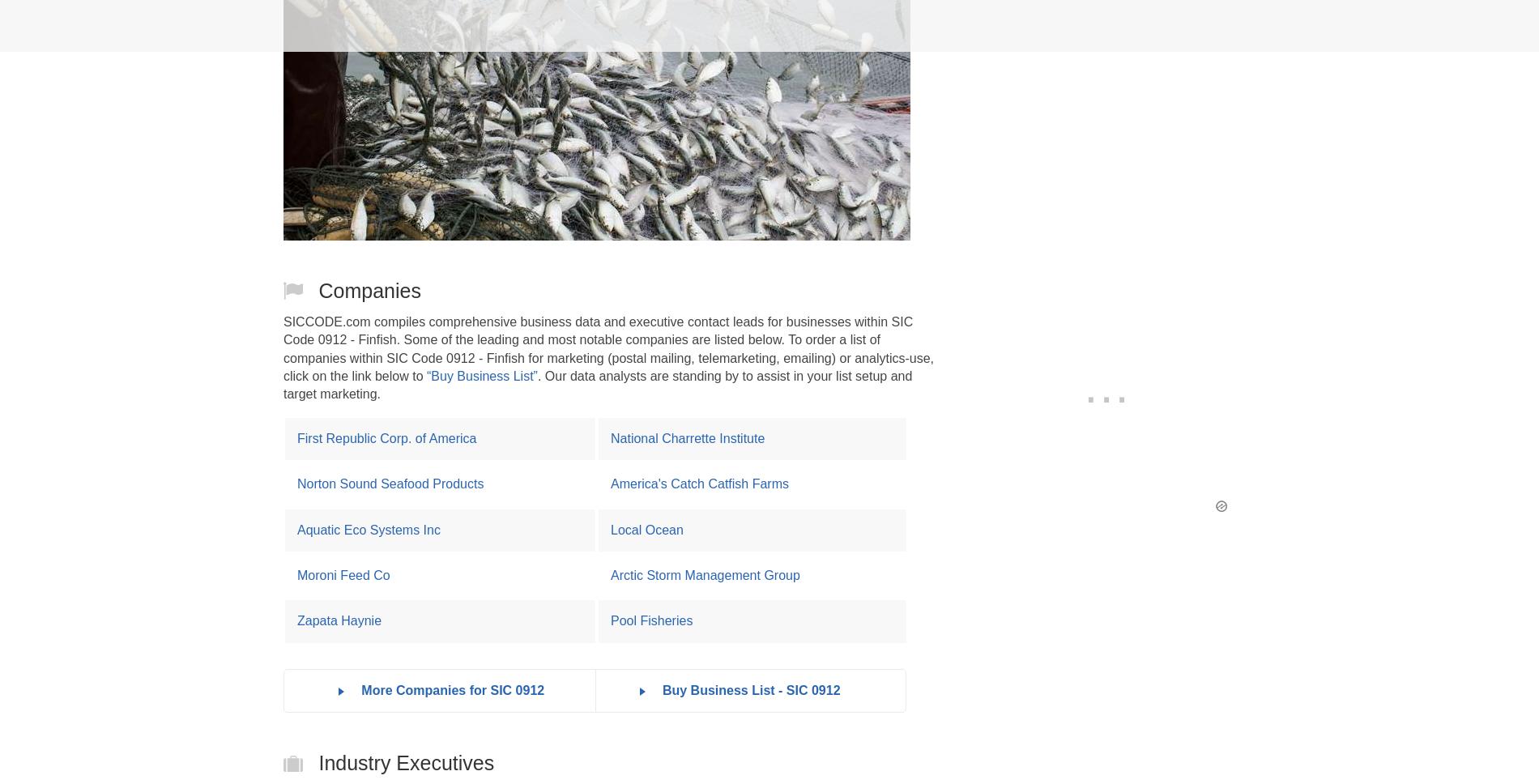 This screenshot has height=784, width=1539. I want to click on '“Buy Business List”', so click(481, 374).